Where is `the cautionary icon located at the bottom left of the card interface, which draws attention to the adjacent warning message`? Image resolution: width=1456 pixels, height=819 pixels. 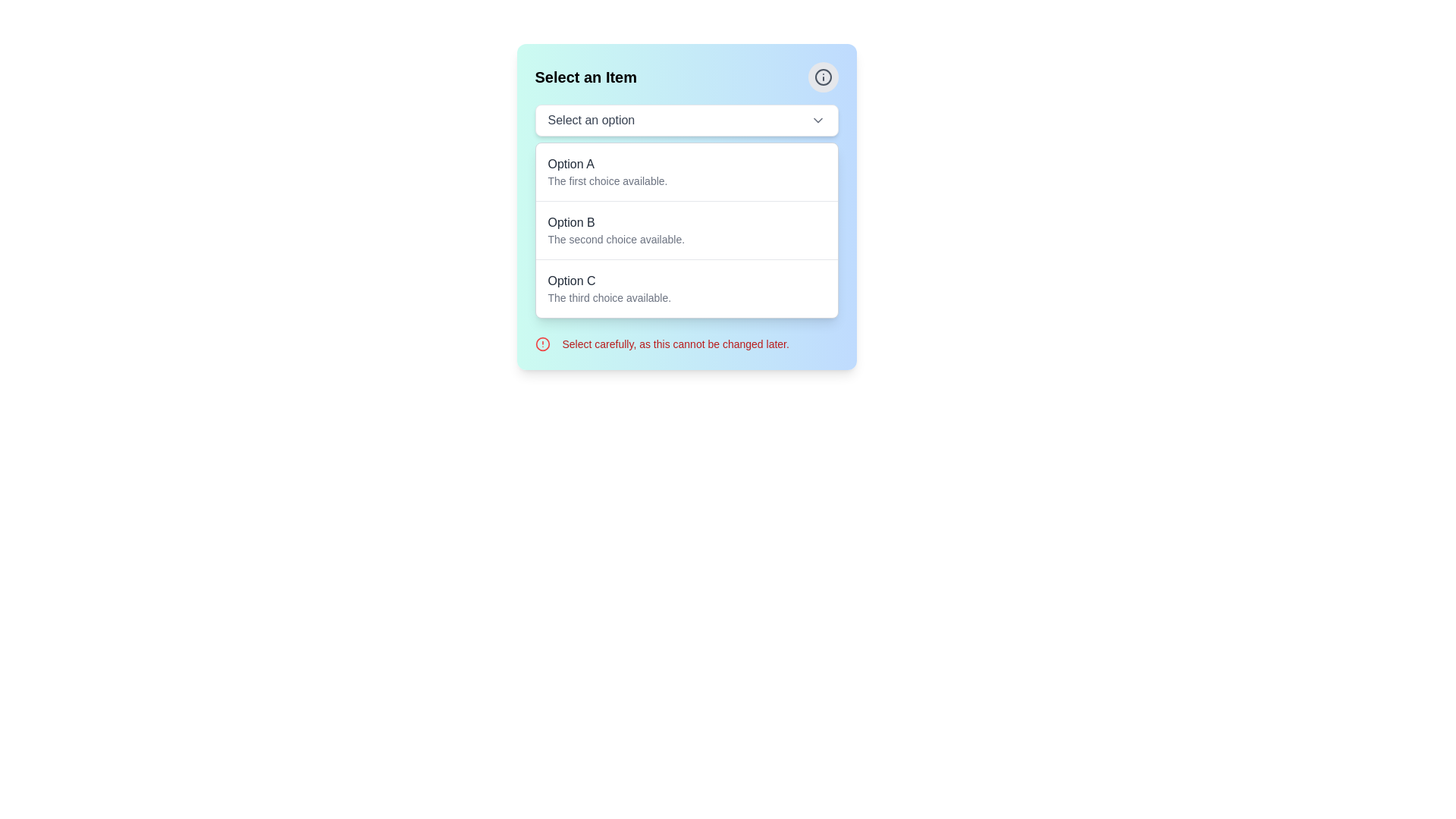
the cautionary icon located at the bottom left of the card interface, which draws attention to the adjacent warning message is located at coordinates (542, 344).